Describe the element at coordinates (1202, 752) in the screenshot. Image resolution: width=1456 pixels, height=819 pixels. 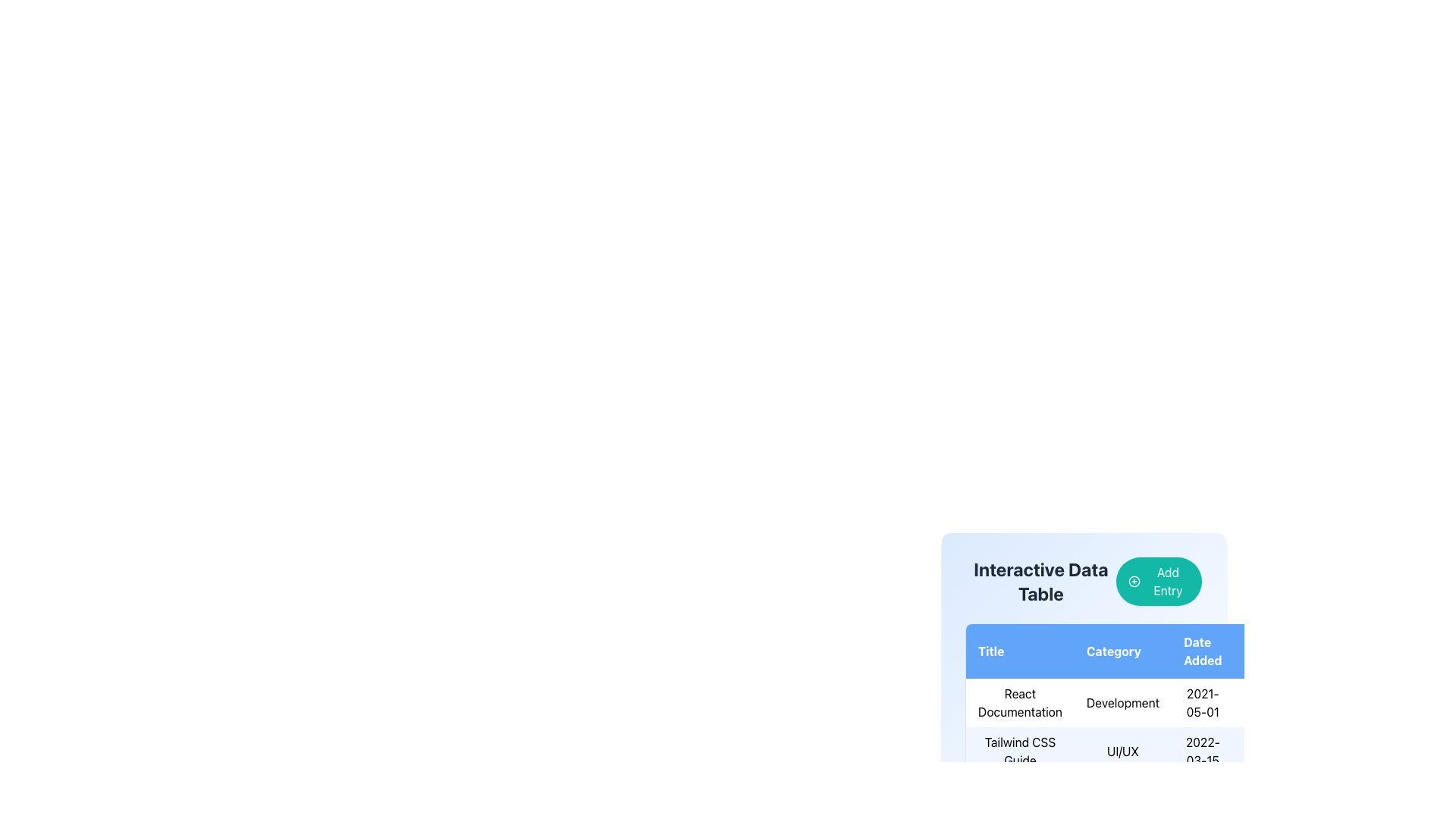
I see `the Text display that shows the date value in the rightmost column of the 'Tailwind CSS Guide' row in the table` at that location.